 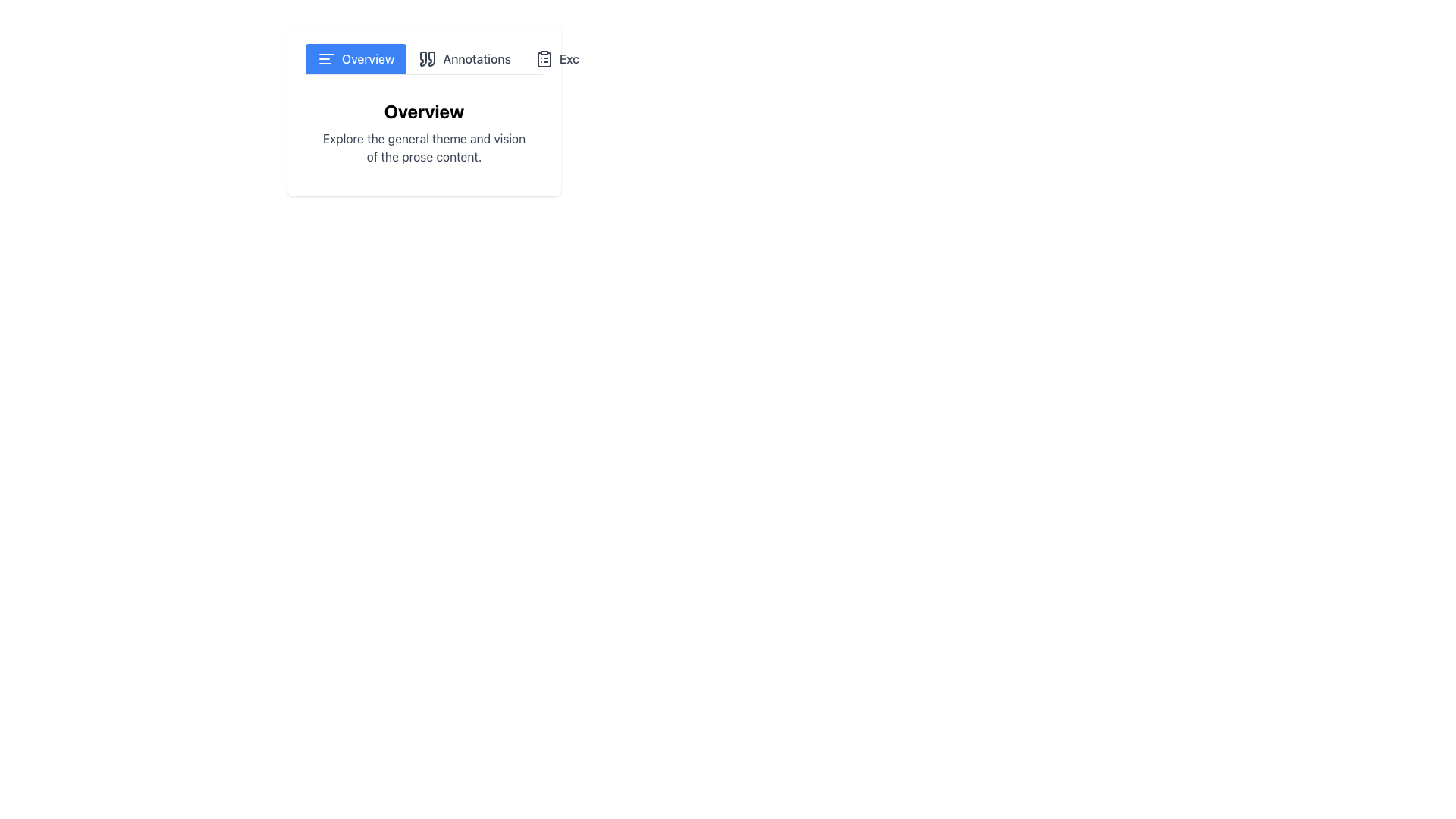 I want to click on the bold, large-sized text element that reads 'Overview', which is positioned at the top of the content area and aligned above a descriptive paragraph, so click(x=424, y=110).